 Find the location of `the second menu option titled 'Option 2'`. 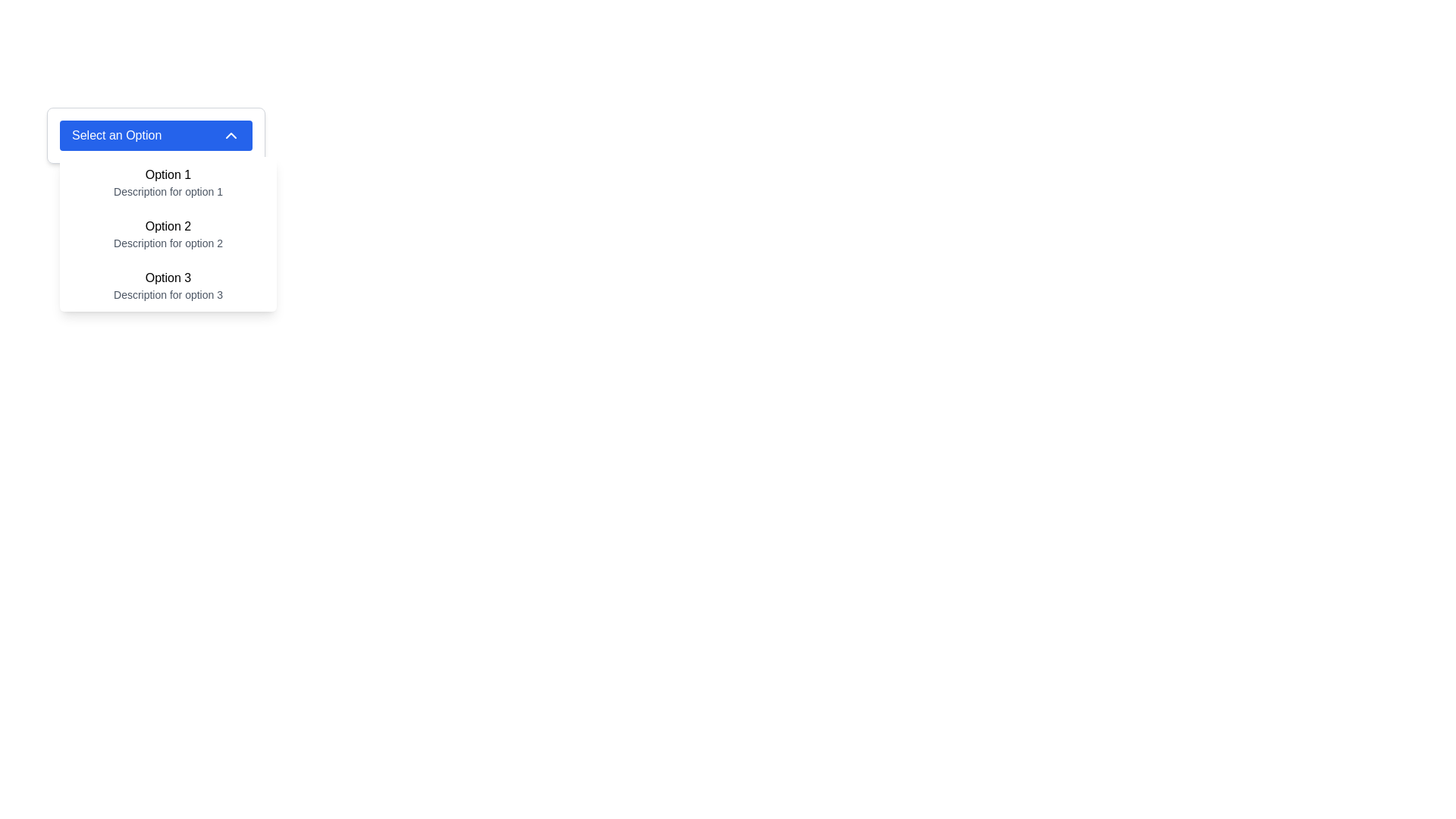

the second menu option titled 'Option 2' is located at coordinates (168, 234).